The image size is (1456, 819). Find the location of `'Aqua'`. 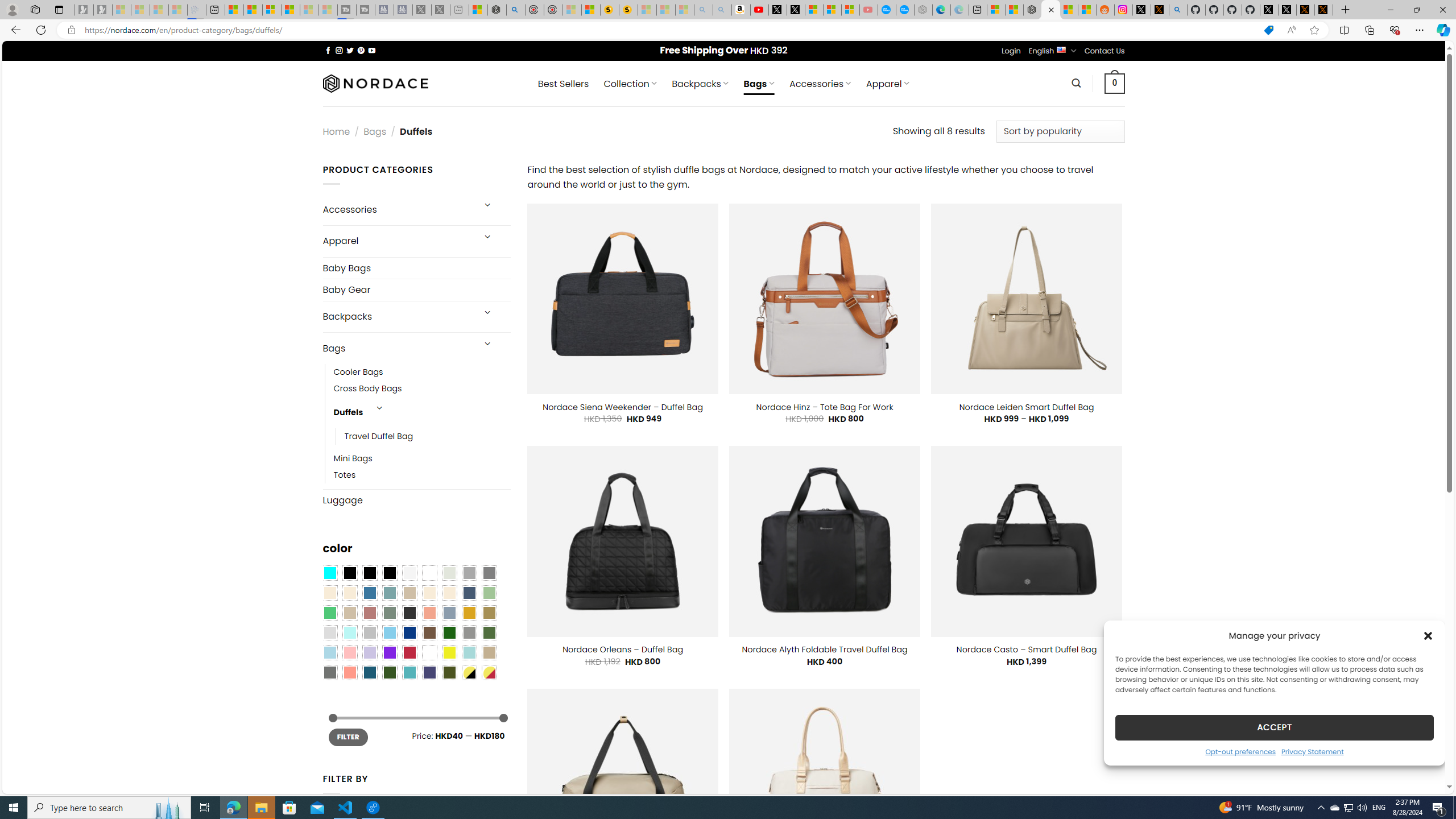

'Aqua' is located at coordinates (468, 652).